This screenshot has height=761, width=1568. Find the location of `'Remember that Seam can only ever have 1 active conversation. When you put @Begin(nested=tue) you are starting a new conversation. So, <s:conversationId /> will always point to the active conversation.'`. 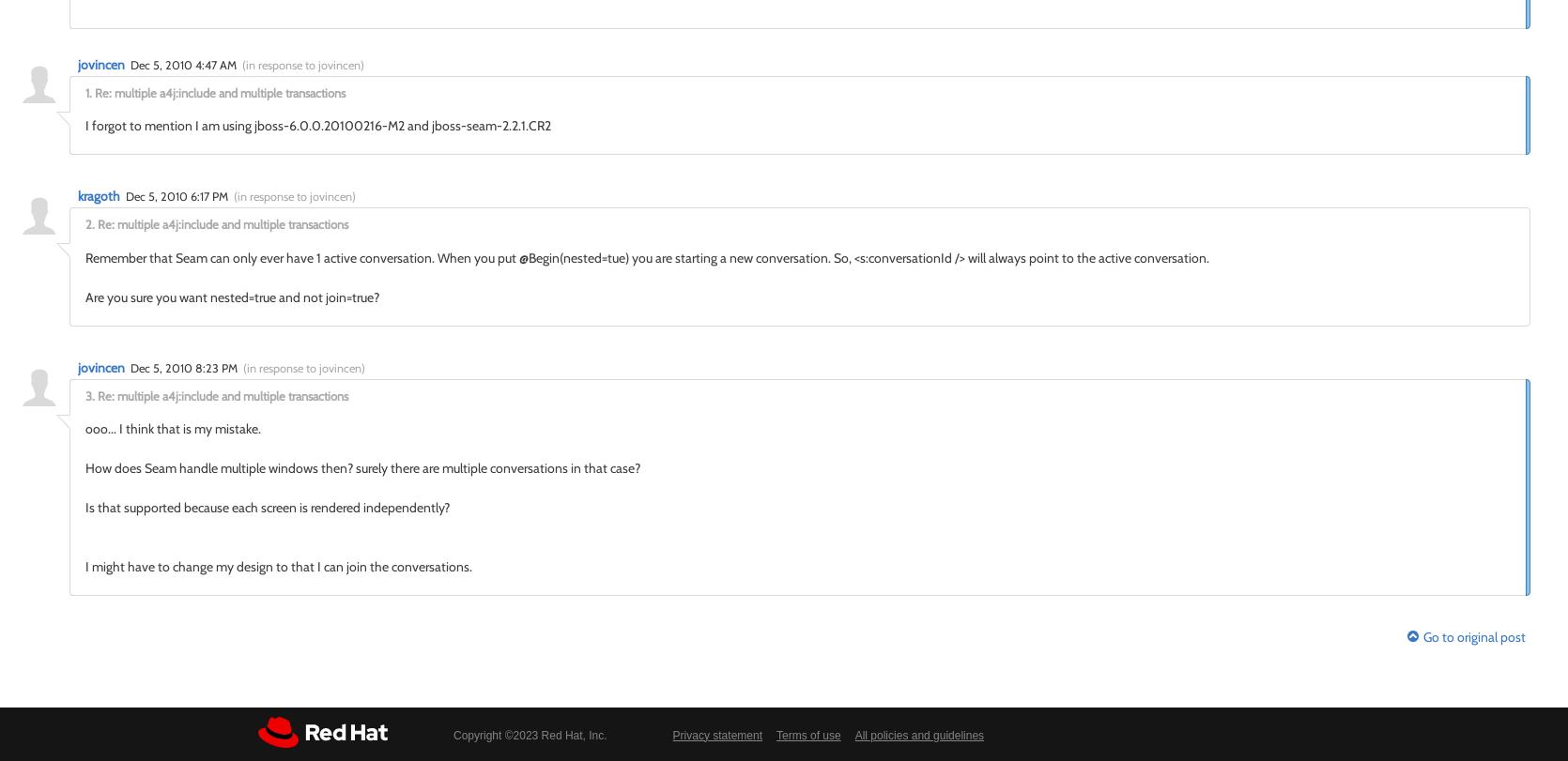

'Remember that Seam can only ever have 1 active conversation. When you put @Begin(nested=tue) you are starting a new conversation. So, <s:conversationId /> will always point to the active conversation.' is located at coordinates (647, 257).